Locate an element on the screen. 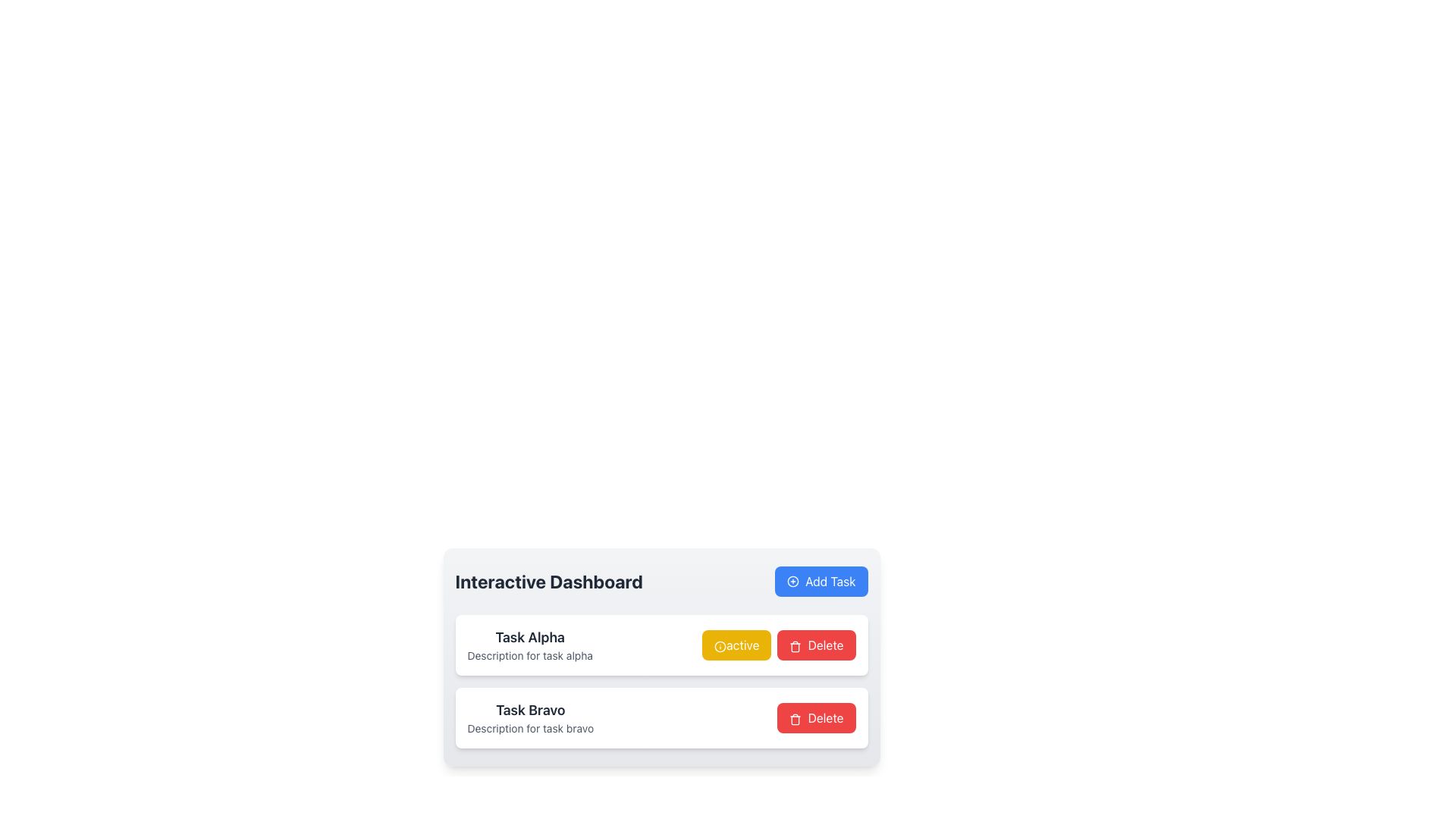 The height and width of the screenshot is (819, 1456). the Text Display with Multi-line Formatting that shows the title 'Task Bravo' and description 'Description for task bravo' is located at coordinates (530, 717).